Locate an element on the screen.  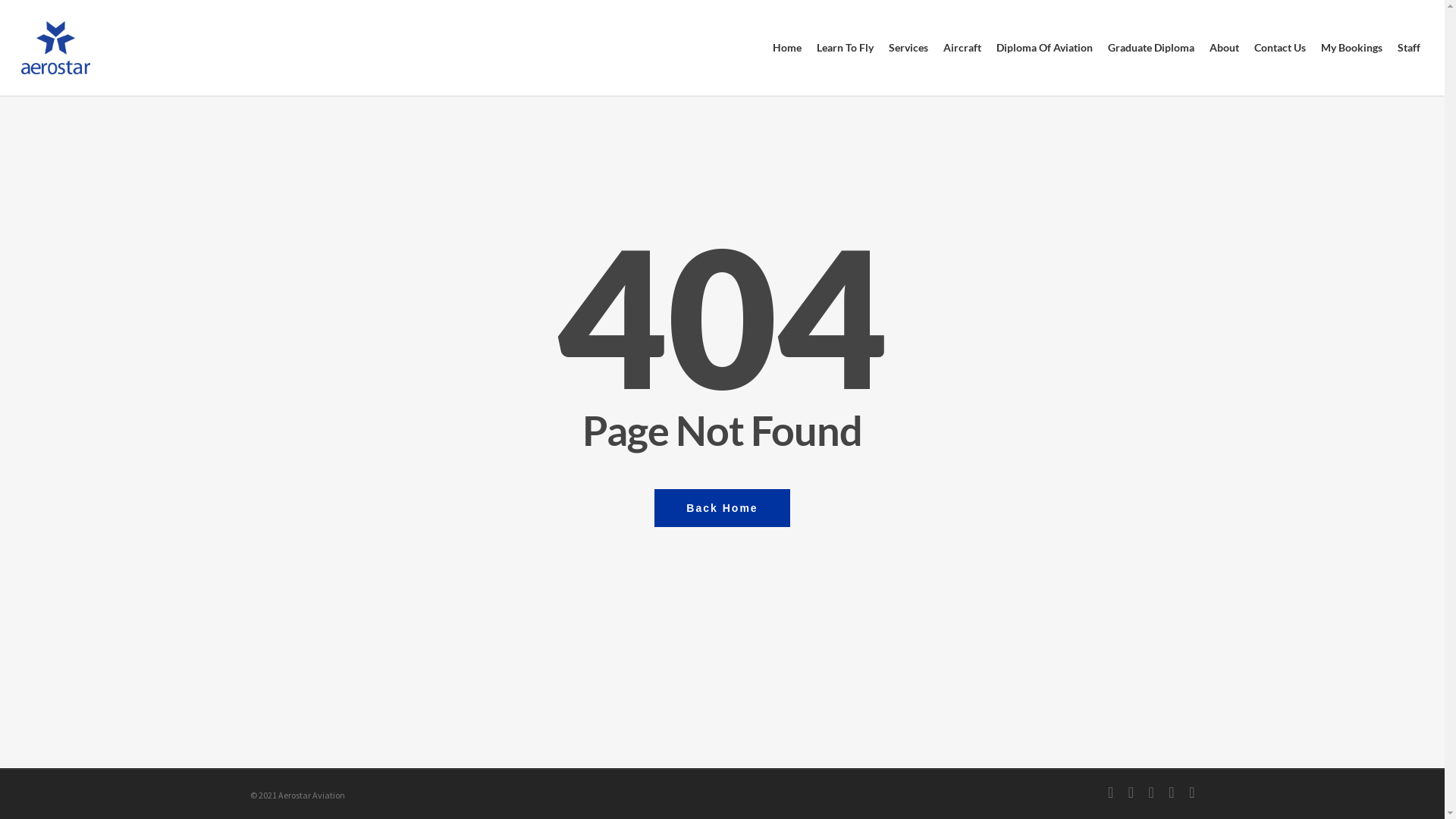
'Learn To Fly' is located at coordinates (844, 46).